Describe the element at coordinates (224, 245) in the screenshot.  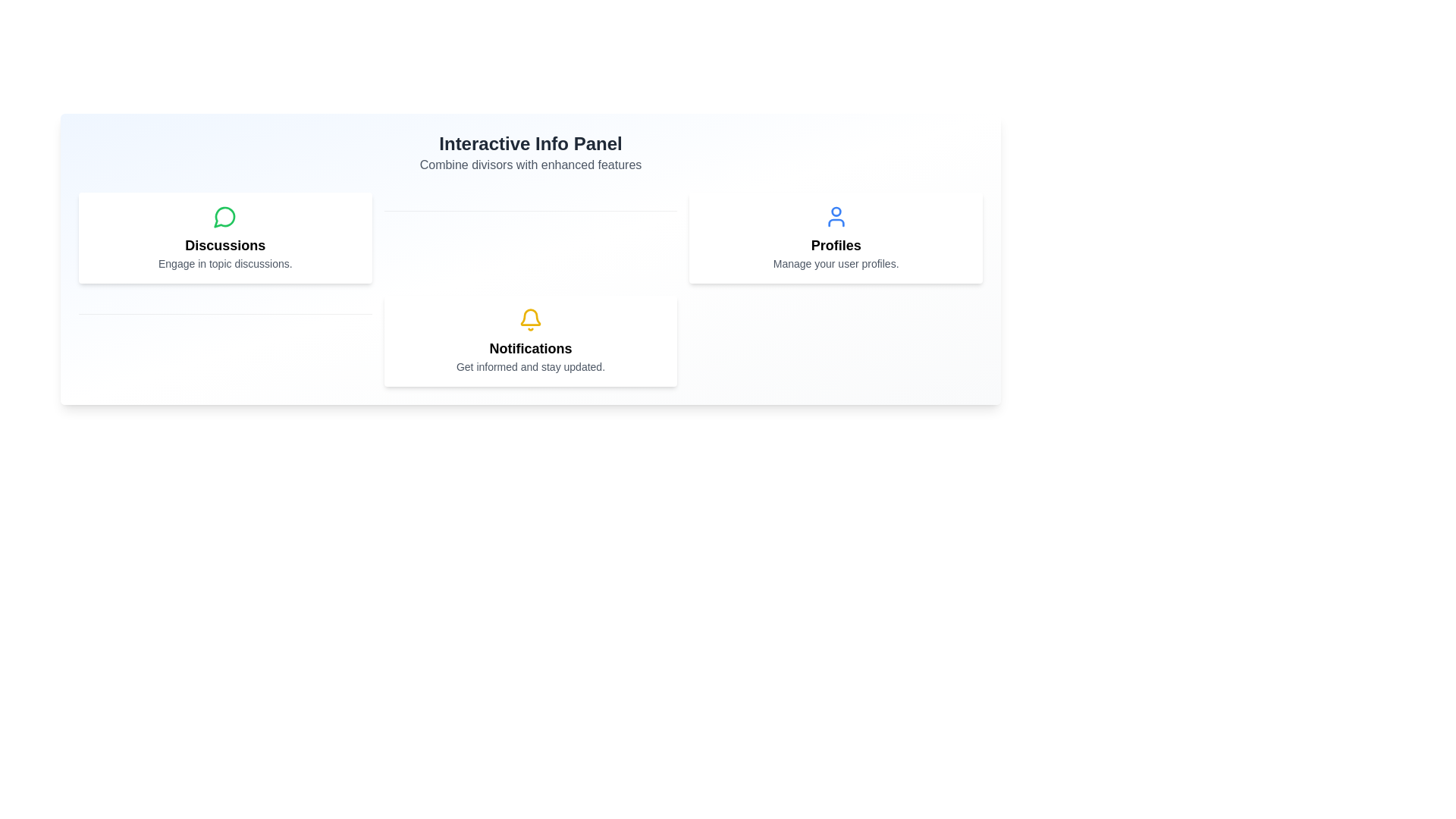
I see `the bolded text label reading 'Discussions' located within a white rectangular box near the top-left portion of the interface, beneath a message bubble icon and above the smaller text 'Engage in topic discussions.'` at that location.